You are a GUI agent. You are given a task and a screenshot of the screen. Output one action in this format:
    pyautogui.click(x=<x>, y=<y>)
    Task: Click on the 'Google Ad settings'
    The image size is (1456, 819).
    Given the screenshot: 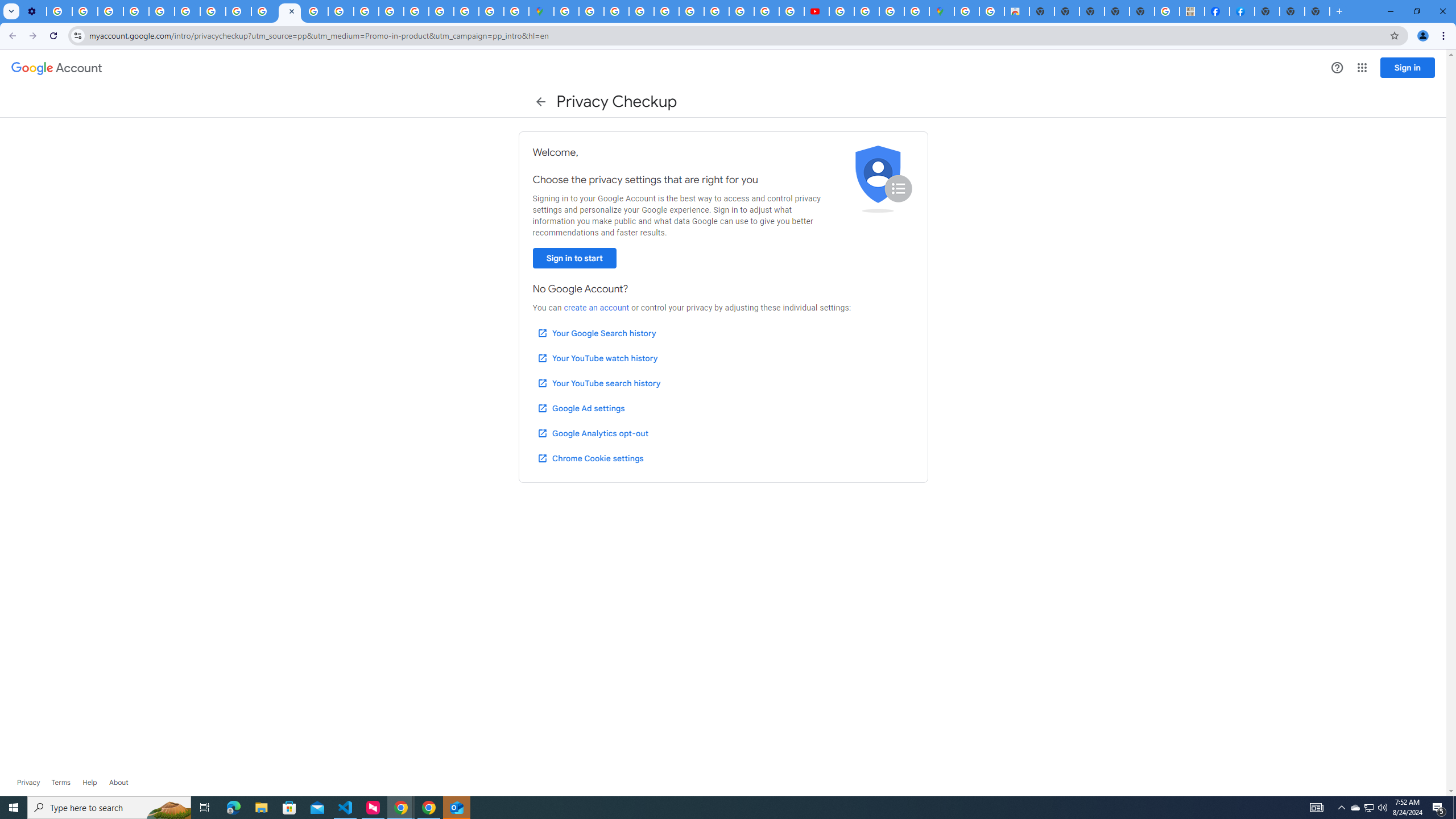 What is the action you would take?
    pyautogui.click(x=580, y=407)
    